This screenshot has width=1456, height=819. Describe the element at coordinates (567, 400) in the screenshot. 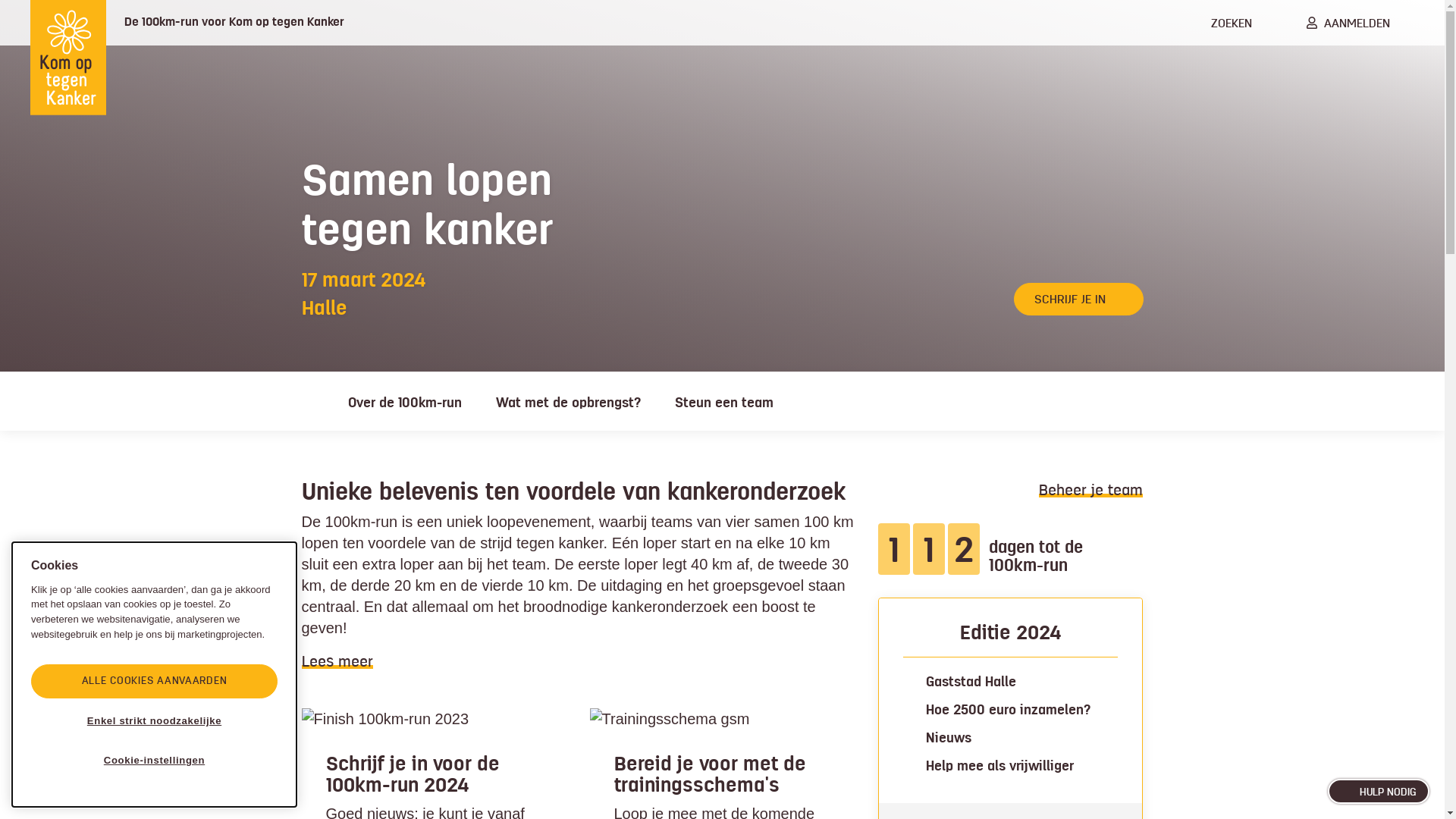

I see `'Wat met de opbrengst?'` at that location.